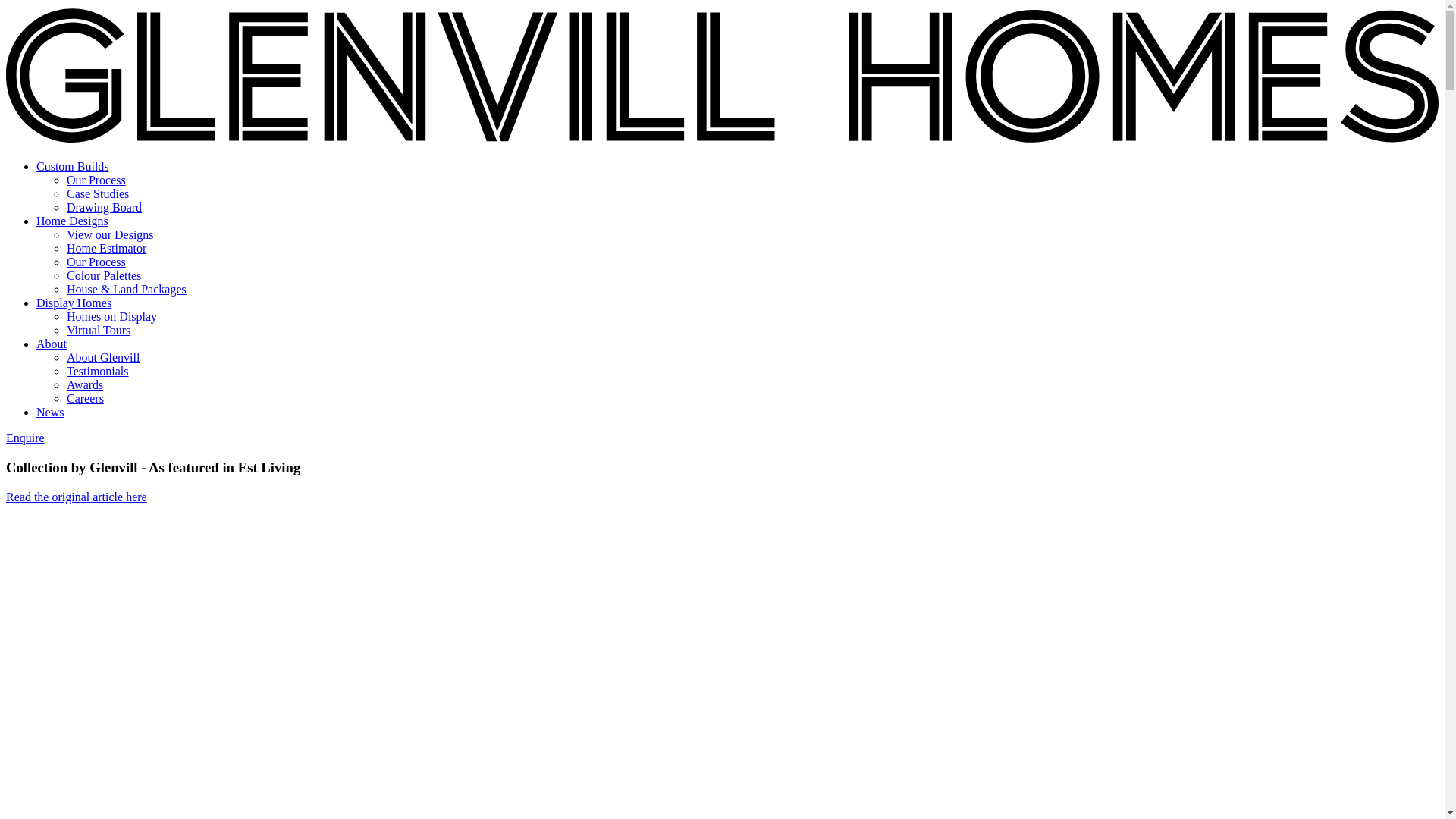 Image resolution: width=1456 pixels, height=819 pixels. I want to click on 'Enquire', so click(6, 438).